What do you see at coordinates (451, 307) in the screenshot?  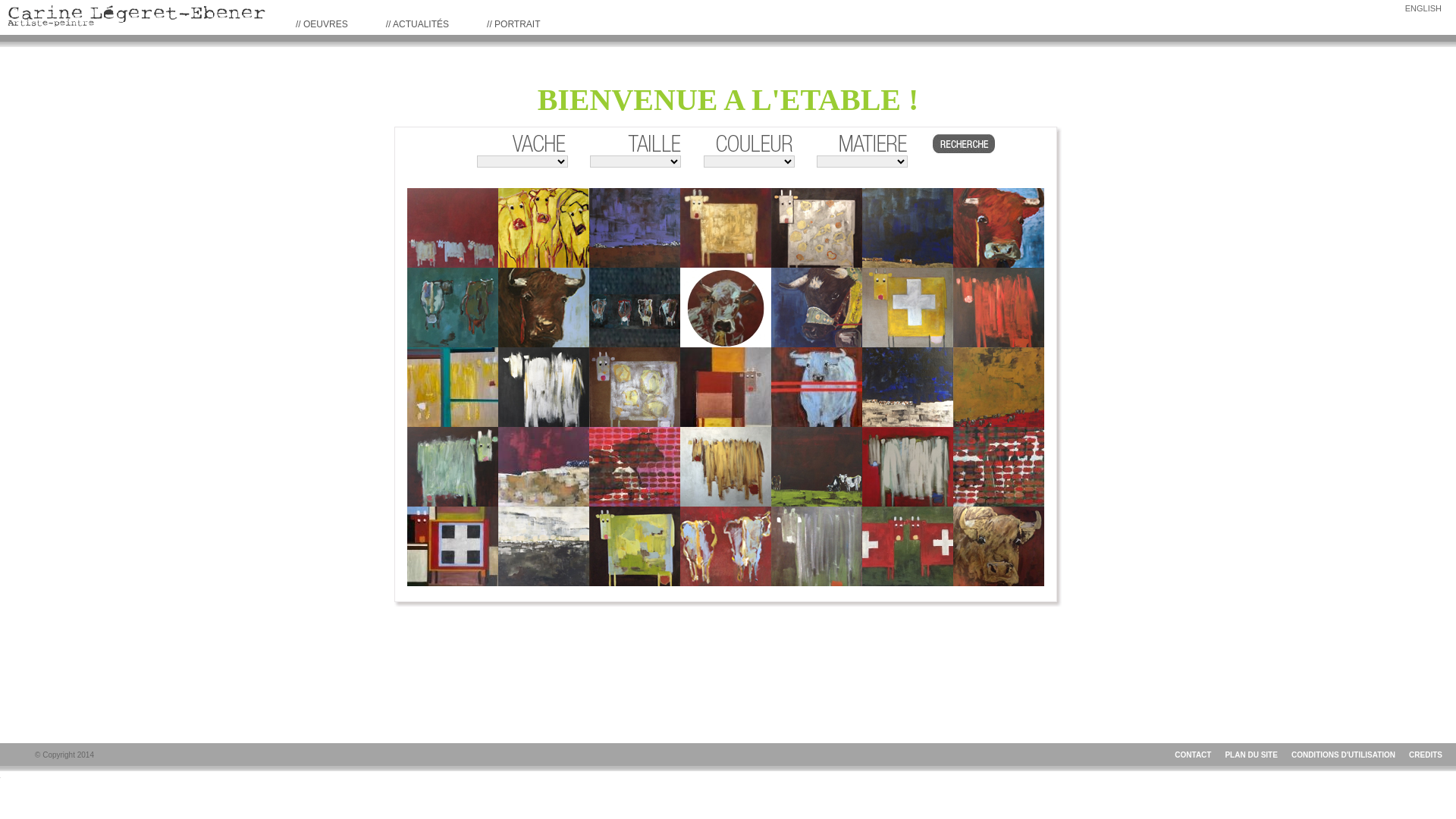 I see `'Les culs'` at bounding box center [451, 307].